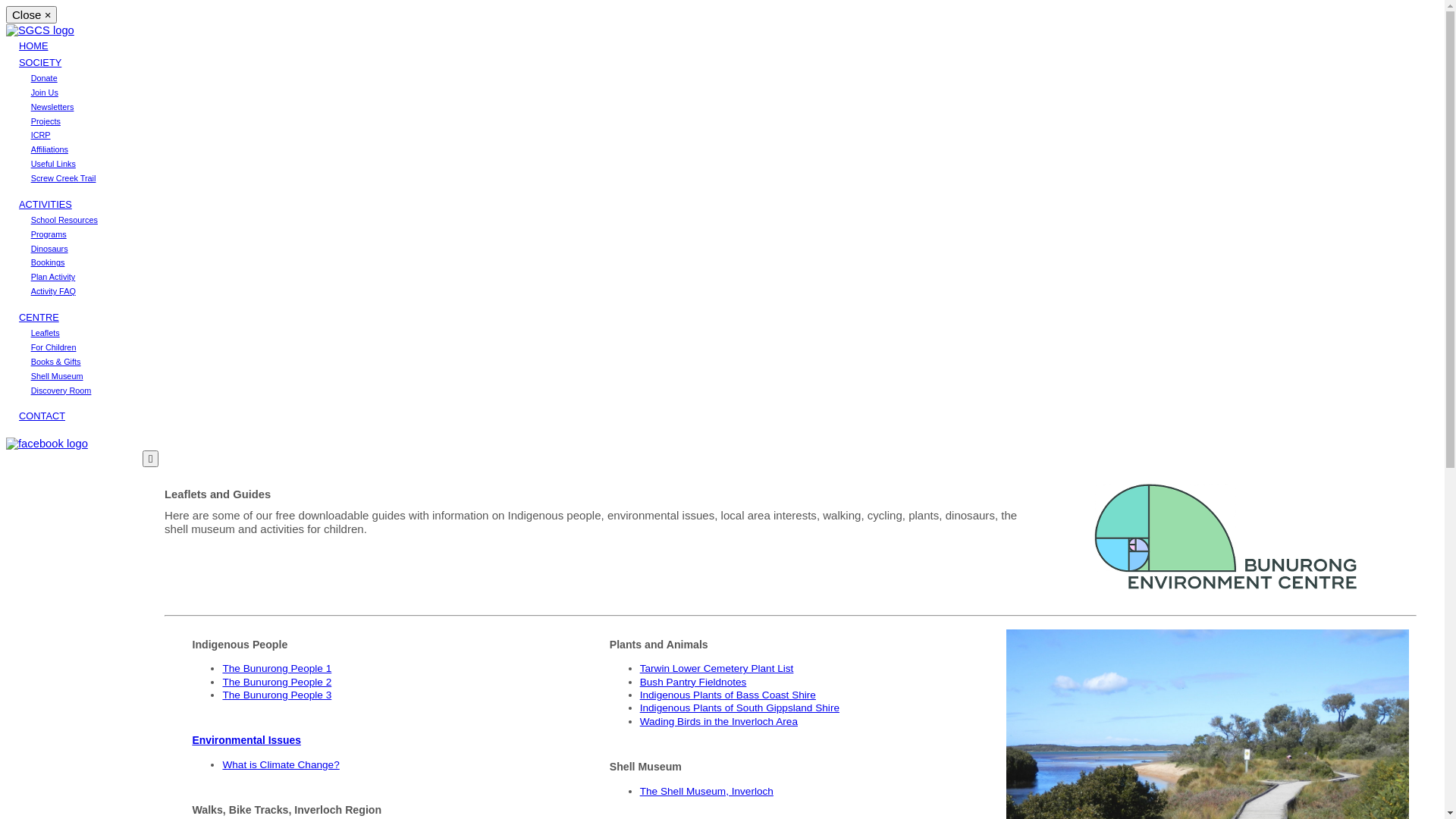 This screenshot has height=819, width=1456. Describe the element at coordinates (716, 667) in the screenshot. I see `'Tarwin Lower Cemetery Plant List'` at that location.